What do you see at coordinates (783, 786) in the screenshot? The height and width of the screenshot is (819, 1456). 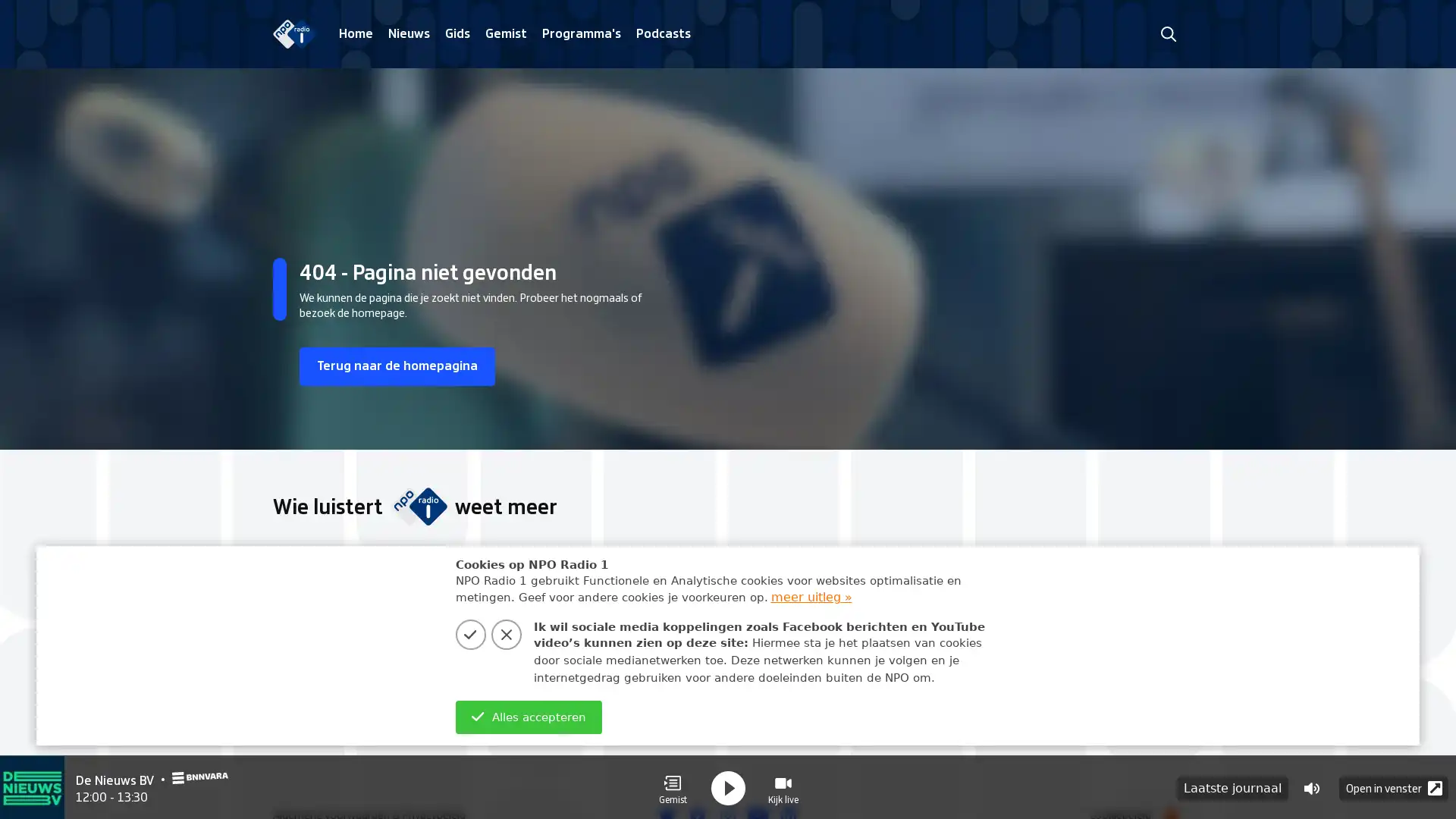 I see `Visual Radio Kijk live` at bounding box center [783, 786].